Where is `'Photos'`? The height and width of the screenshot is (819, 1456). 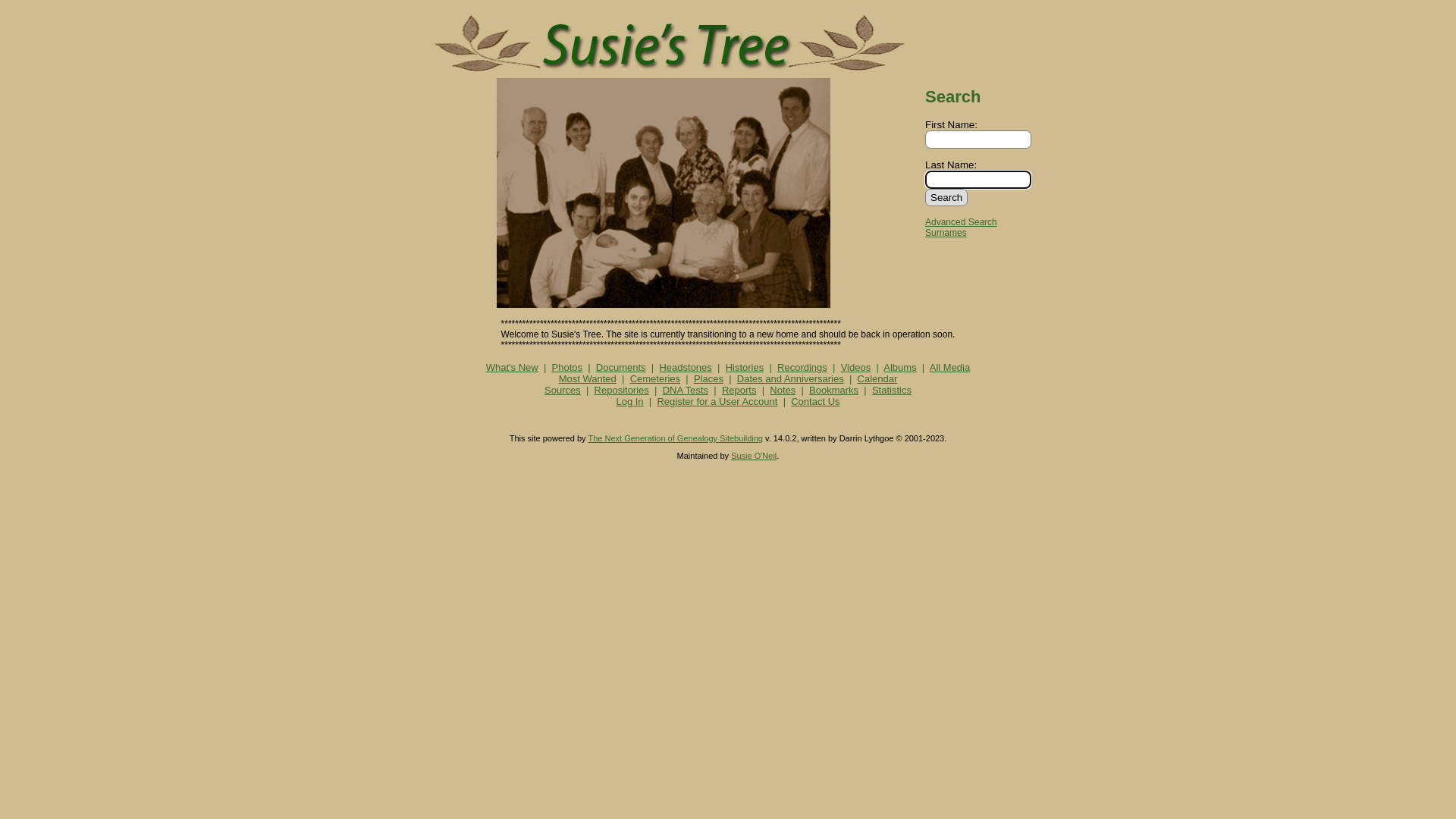 'Photos' is located at coordinates (566, 367).